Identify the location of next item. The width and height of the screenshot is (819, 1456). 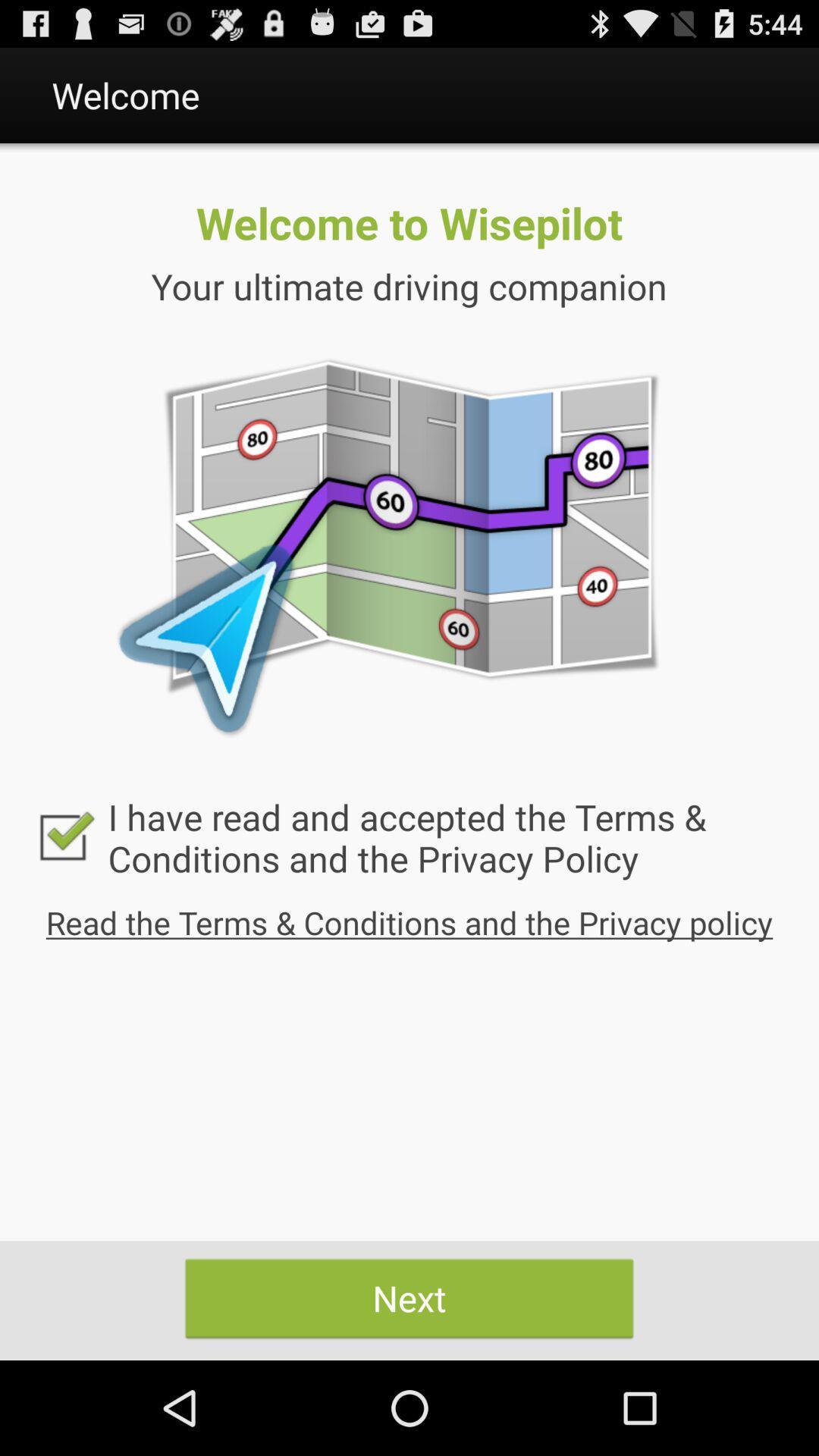
(409, 1298).